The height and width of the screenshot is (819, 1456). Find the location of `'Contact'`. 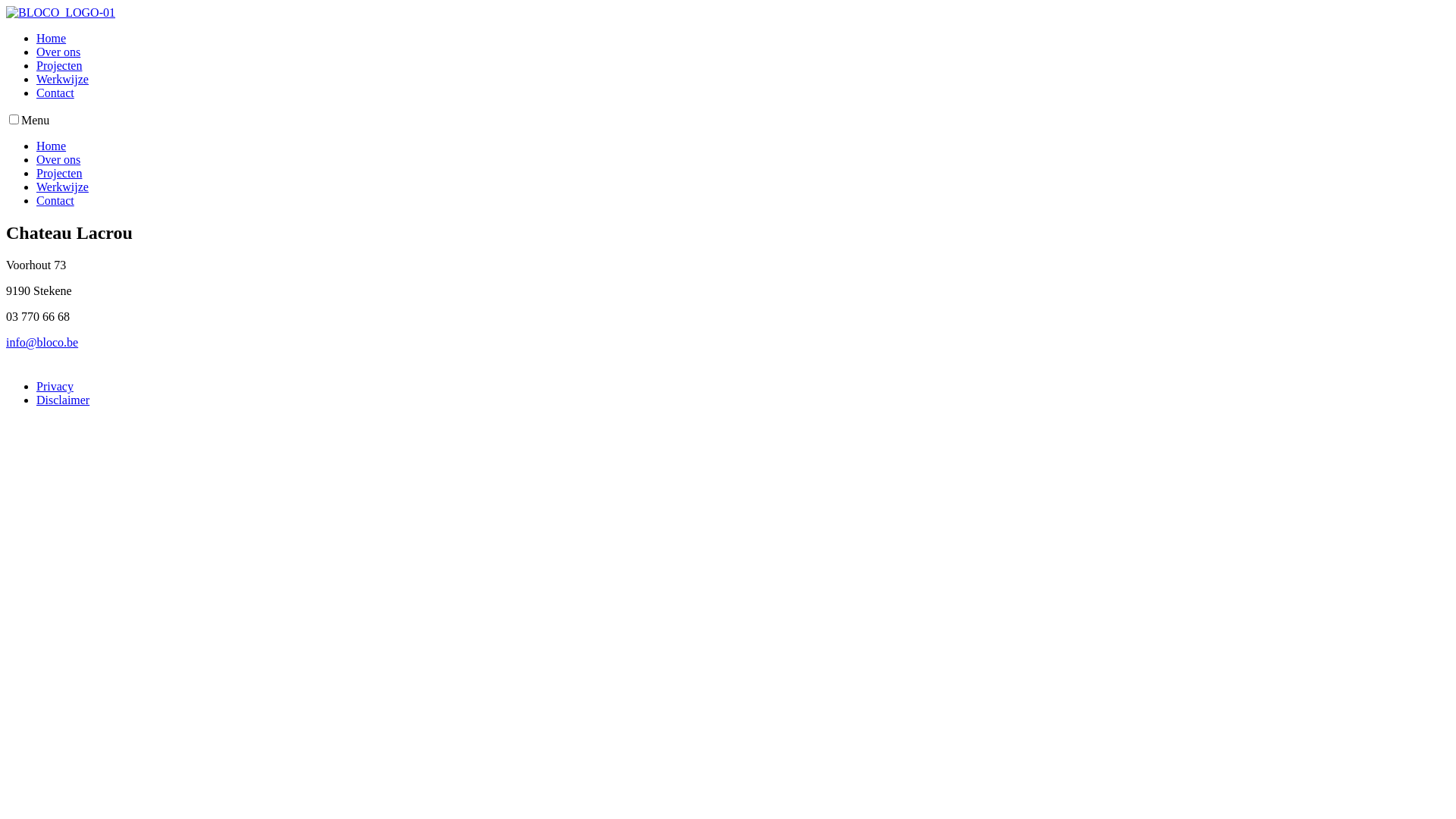

'Contact' is located at coordinates (55, 199).